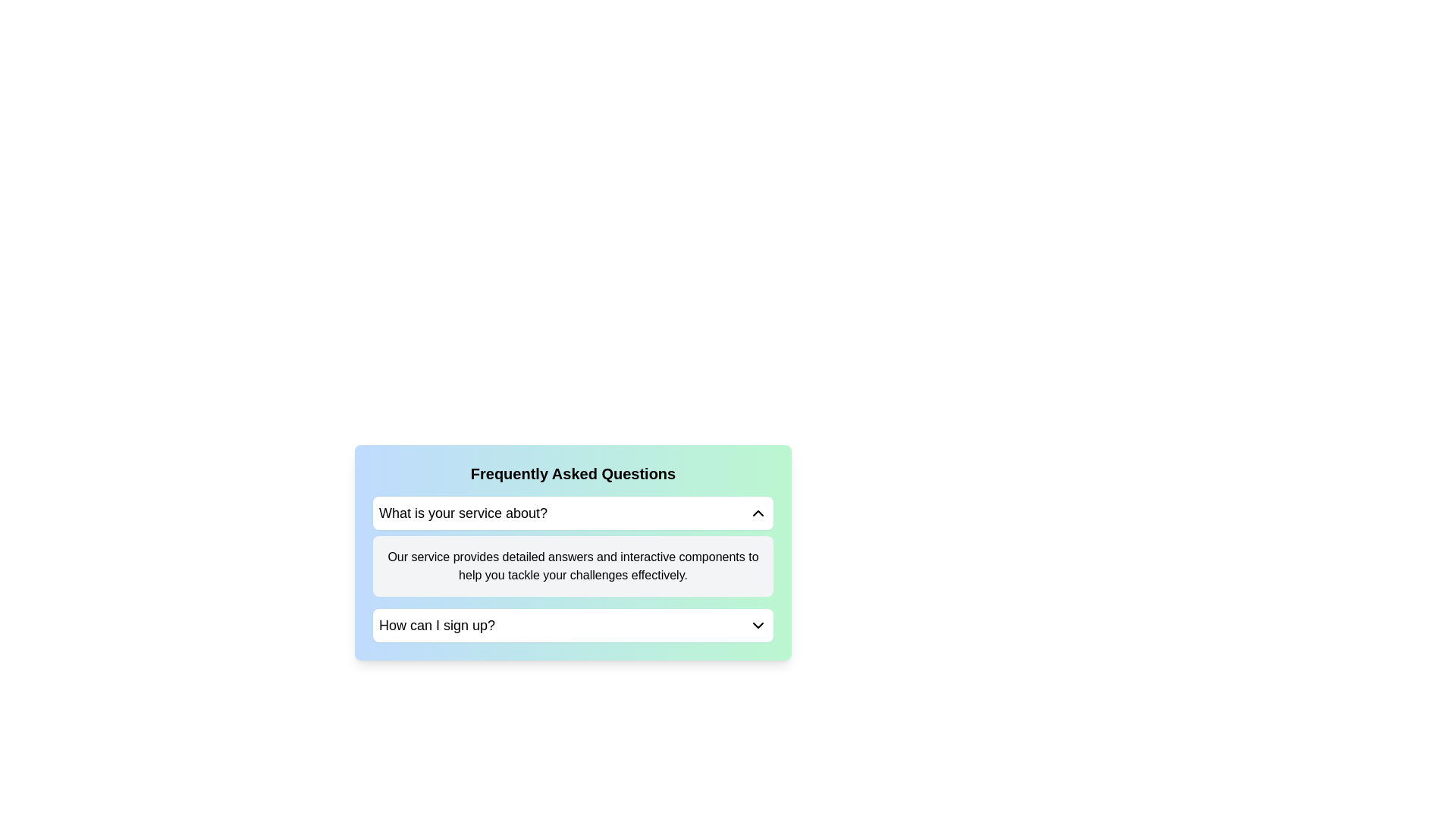 This screenshot has width=1456, height=819. I want to click on the static text label in the FAQ section that serves as a question title, located at the lower section of the panel, with an adjacent downwards chevron icon, so click(436, 626).